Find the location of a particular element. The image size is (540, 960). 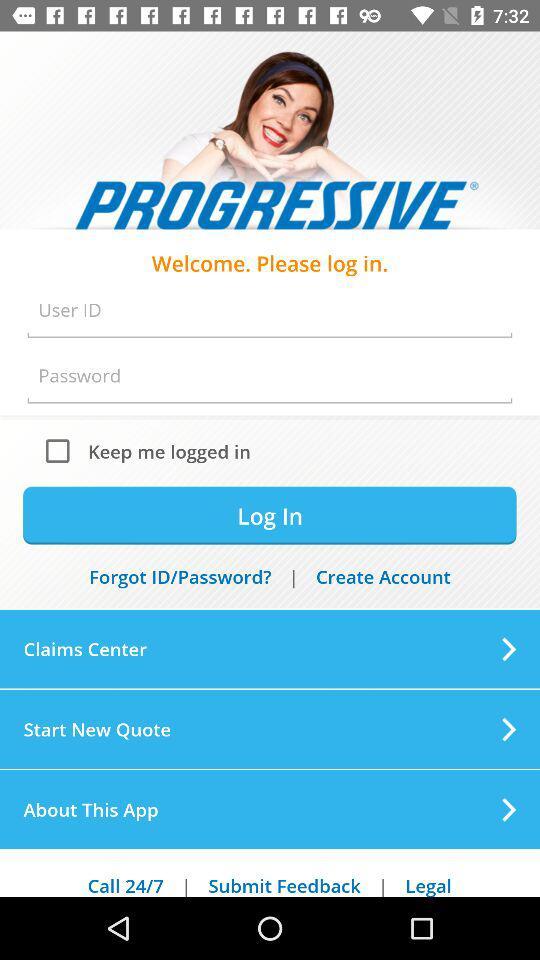

user id is located at coordinates (270, 310).